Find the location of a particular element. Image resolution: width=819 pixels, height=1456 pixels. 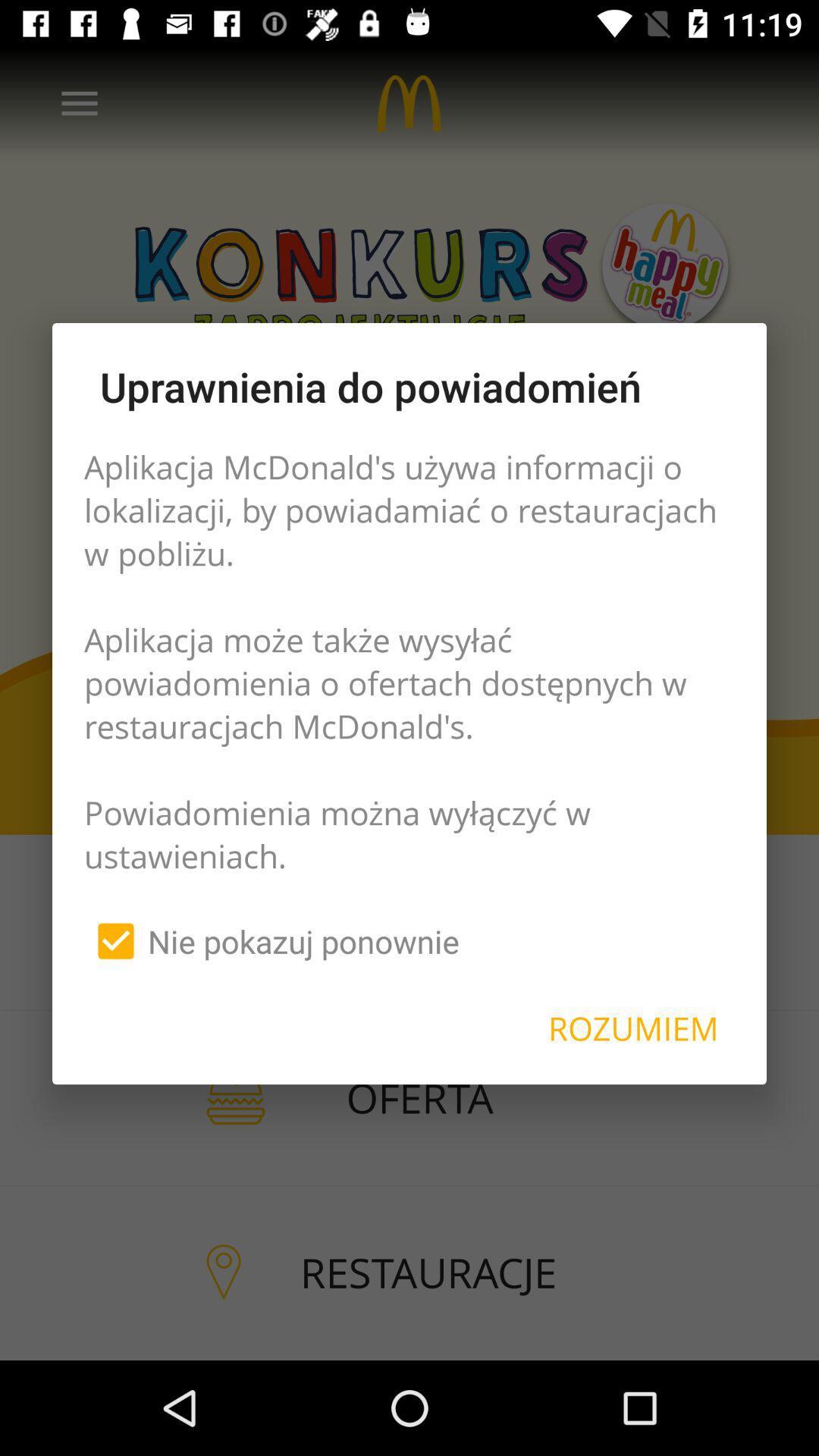

the icon to the left of rozumiem is located at coordinates (271, 940).